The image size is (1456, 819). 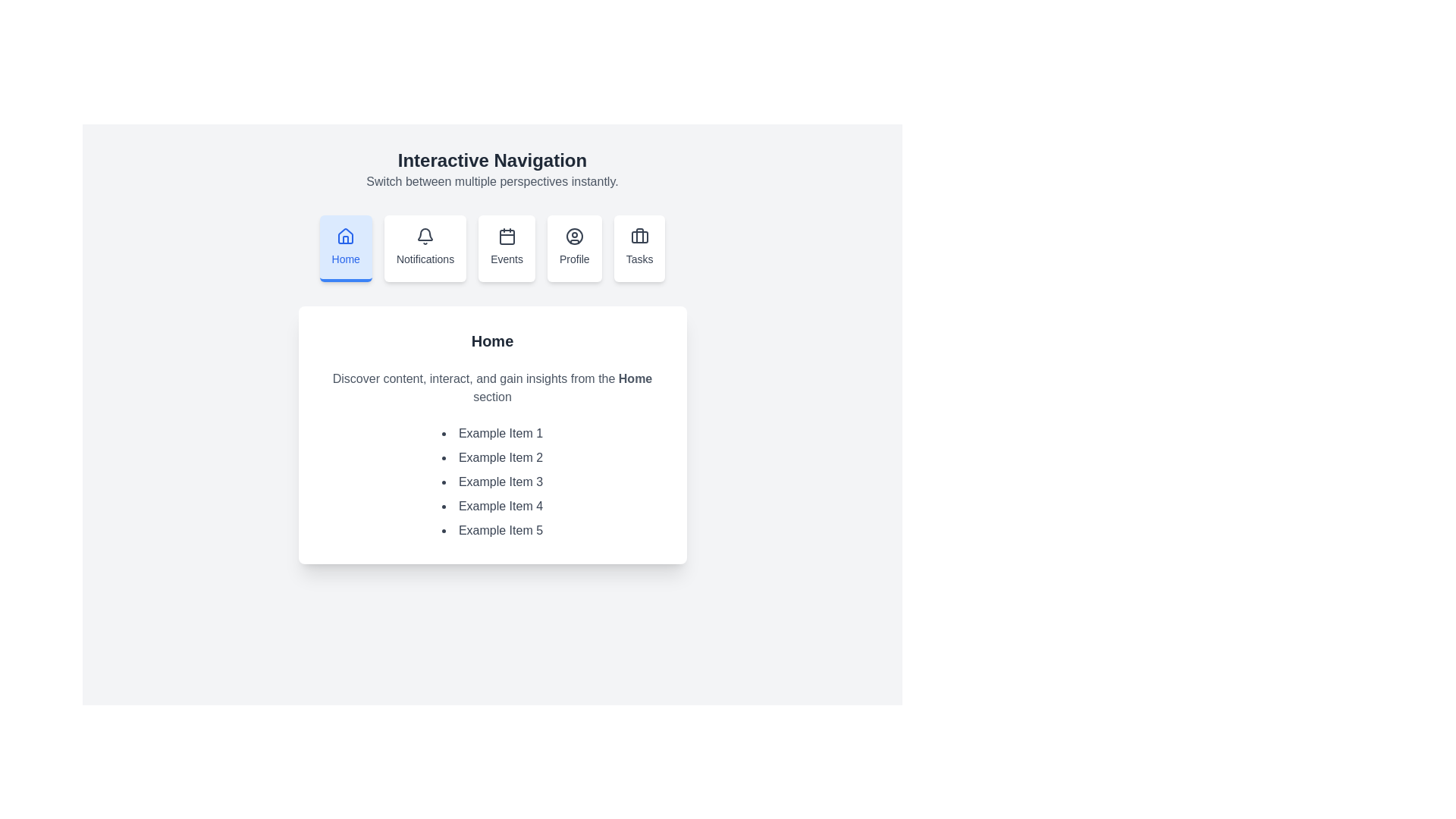 What do you see at coordinates (492, 180) in the screenshot?
I see `the static text content that is styled in gray, positioned centrally below the main heading 'Interactive Navigation'` at bounding box center [492, 180].